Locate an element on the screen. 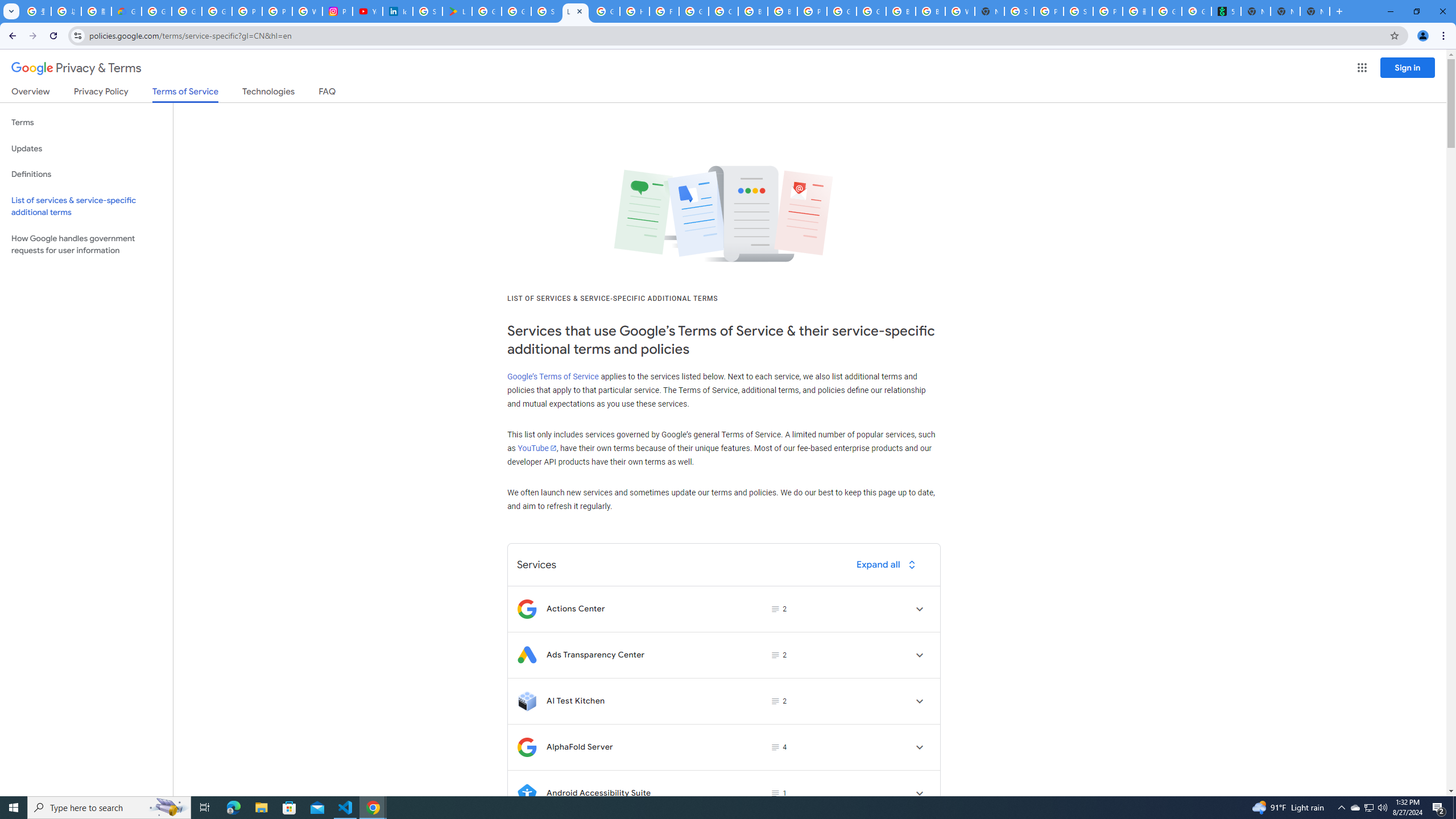 The image size is (1456, 819). 'Restore' is located at coordinates (1416, 11).